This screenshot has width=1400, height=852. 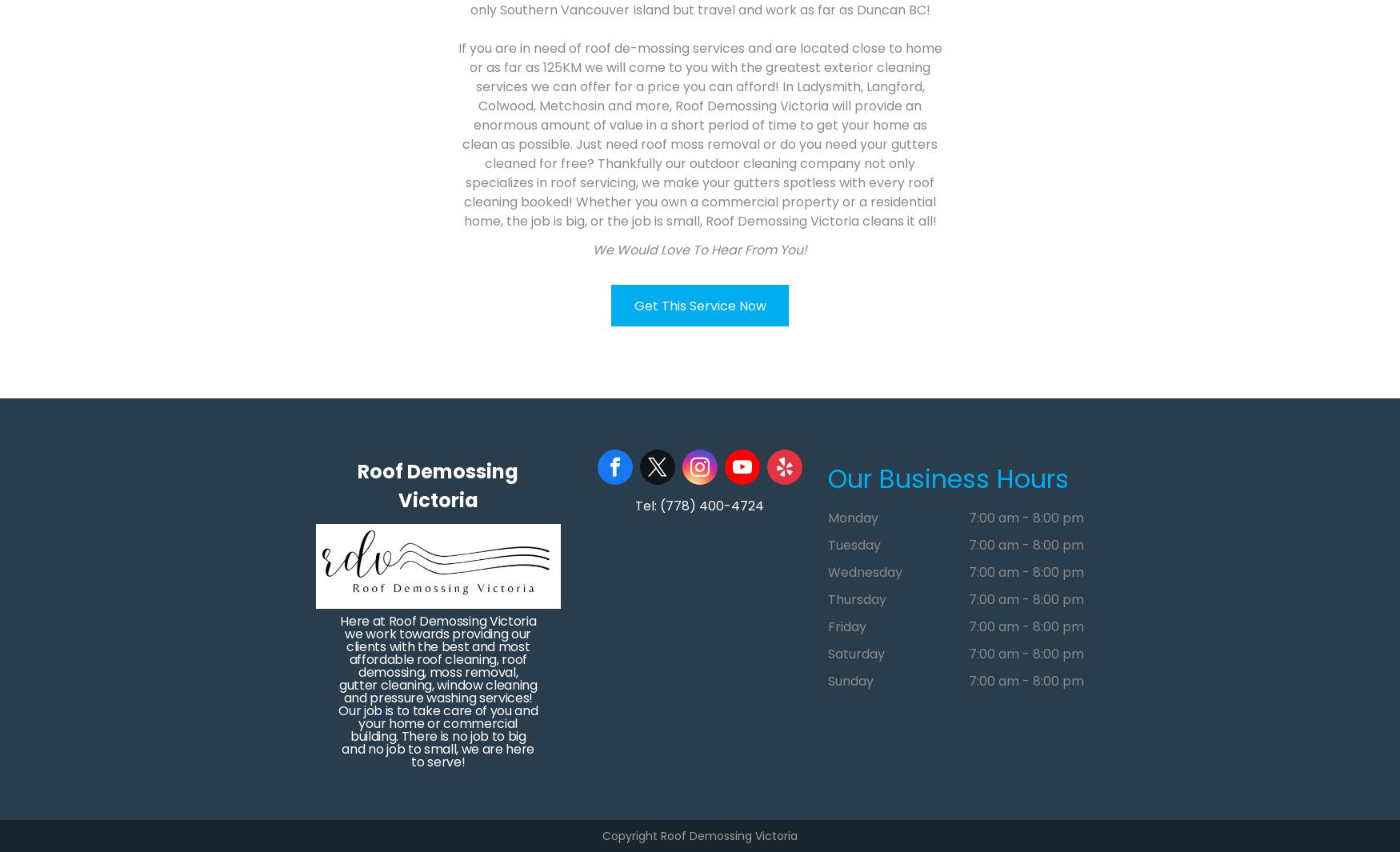 I want to click on 'Friday', so click(x=846, y=626).